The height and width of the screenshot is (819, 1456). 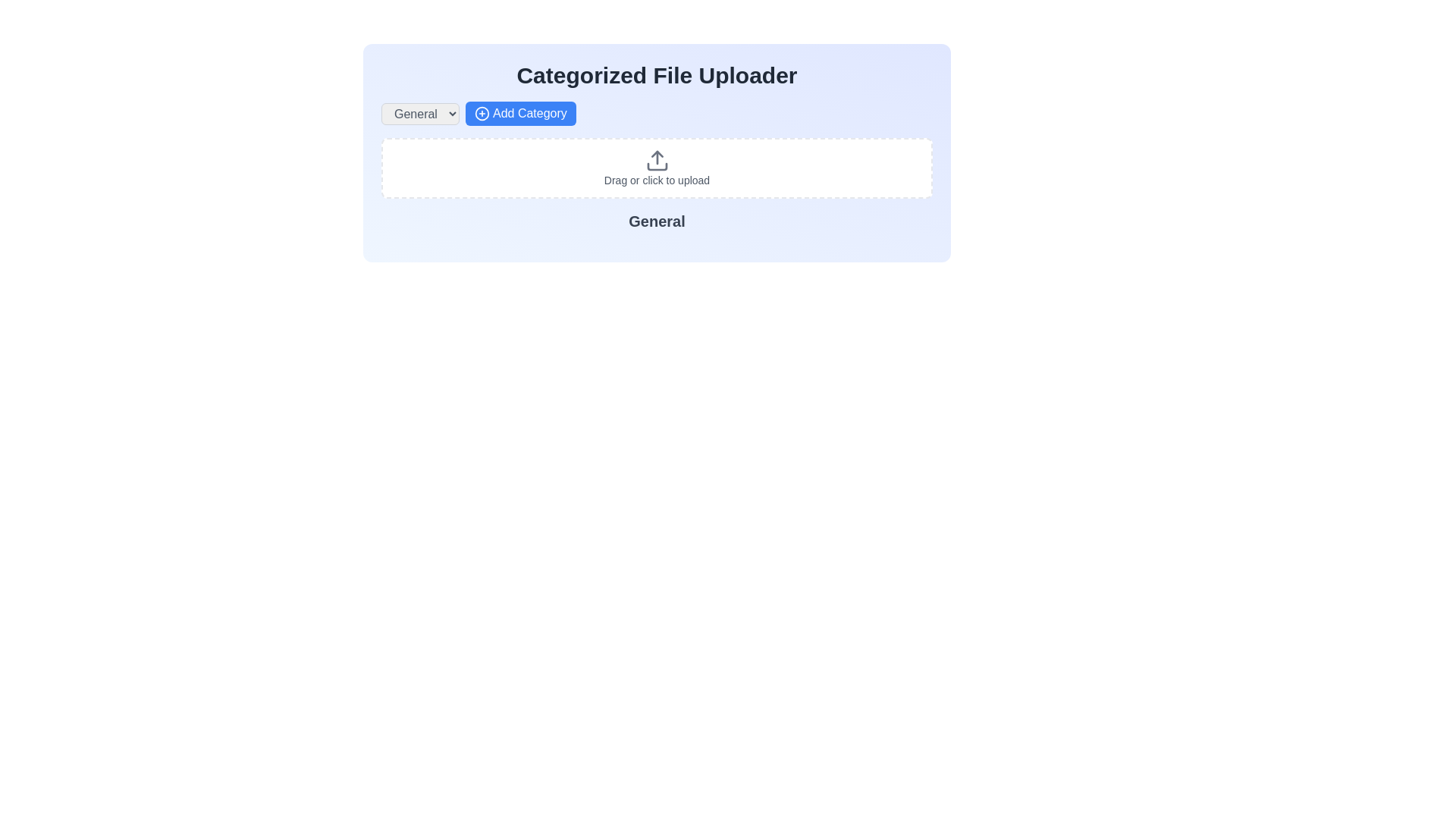 I want to click on the blue button with rounded corners labeled 'Add Category', which includes a plus icon, located to the right of the 'General' dropdown in the 'Categorized File Uploader' section, so click(x=520, y=113).